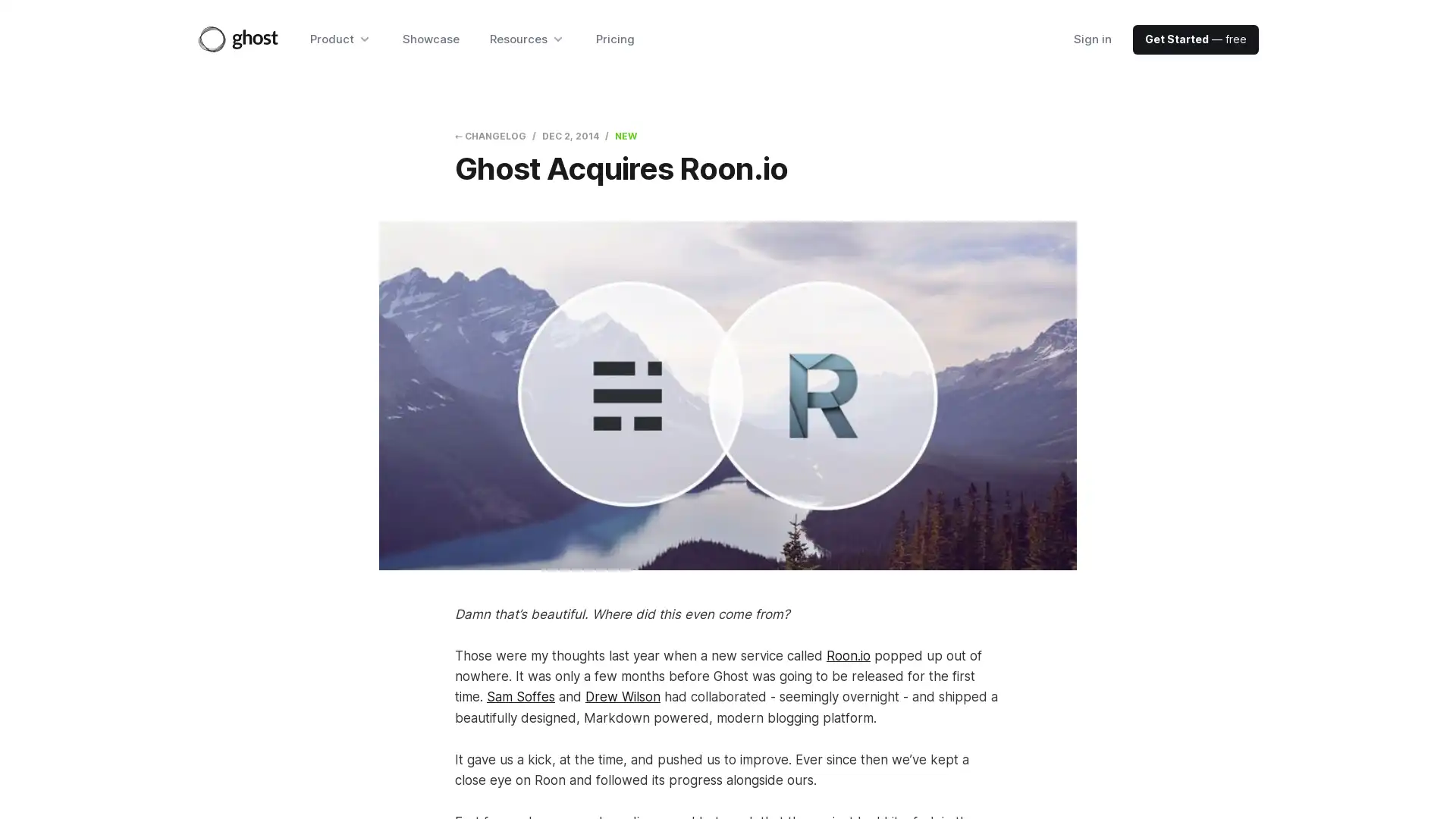  Describe the element at coordinates (340, 38) in the screenshot. I see `Product` at that location.